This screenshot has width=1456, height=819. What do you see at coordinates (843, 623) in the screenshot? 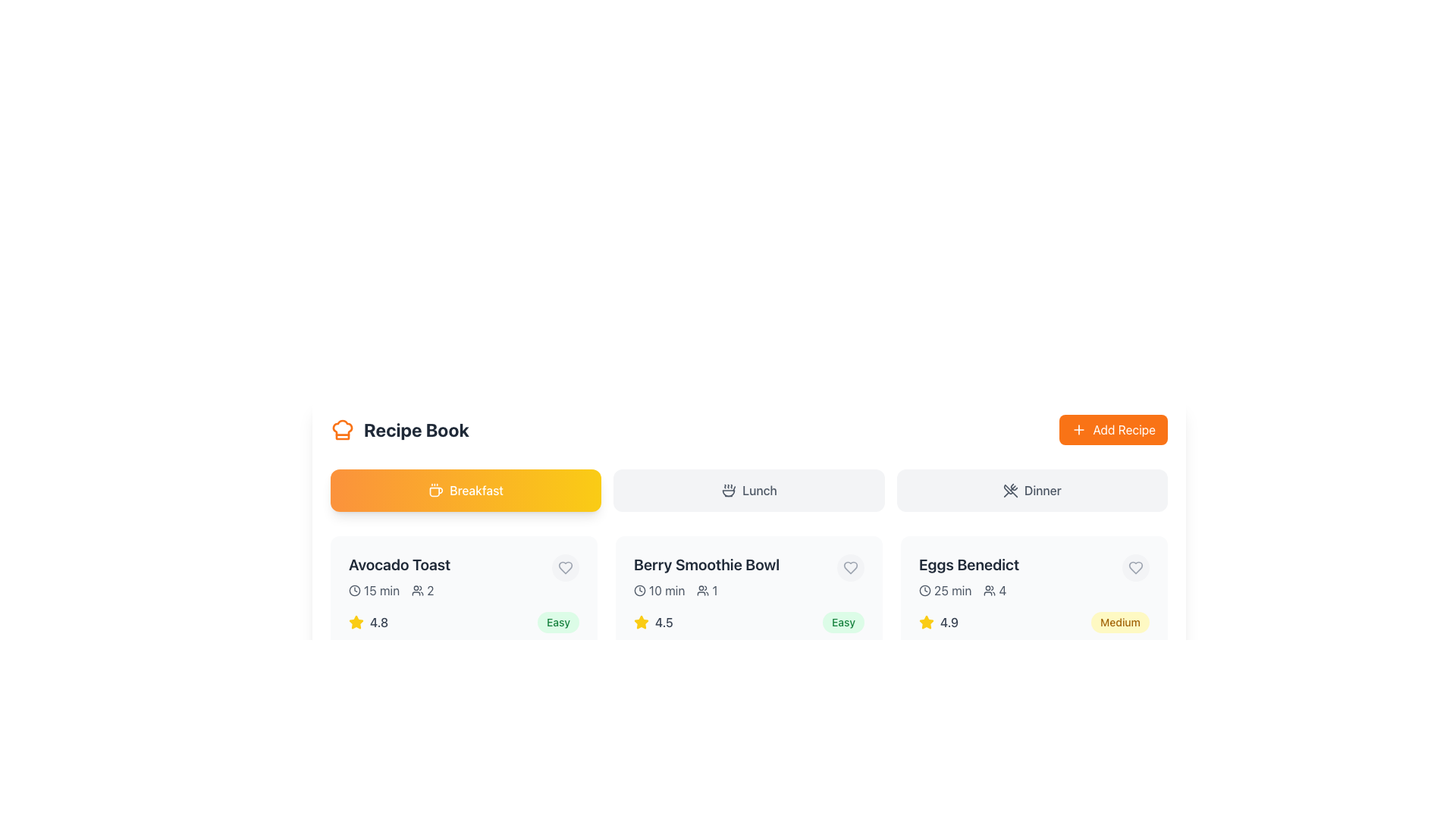
I see `text from the label displaying 'Easy' with a green background, part of the recipe 'Berry Smoothie Bowl' list` at bounding box center [843, 623].